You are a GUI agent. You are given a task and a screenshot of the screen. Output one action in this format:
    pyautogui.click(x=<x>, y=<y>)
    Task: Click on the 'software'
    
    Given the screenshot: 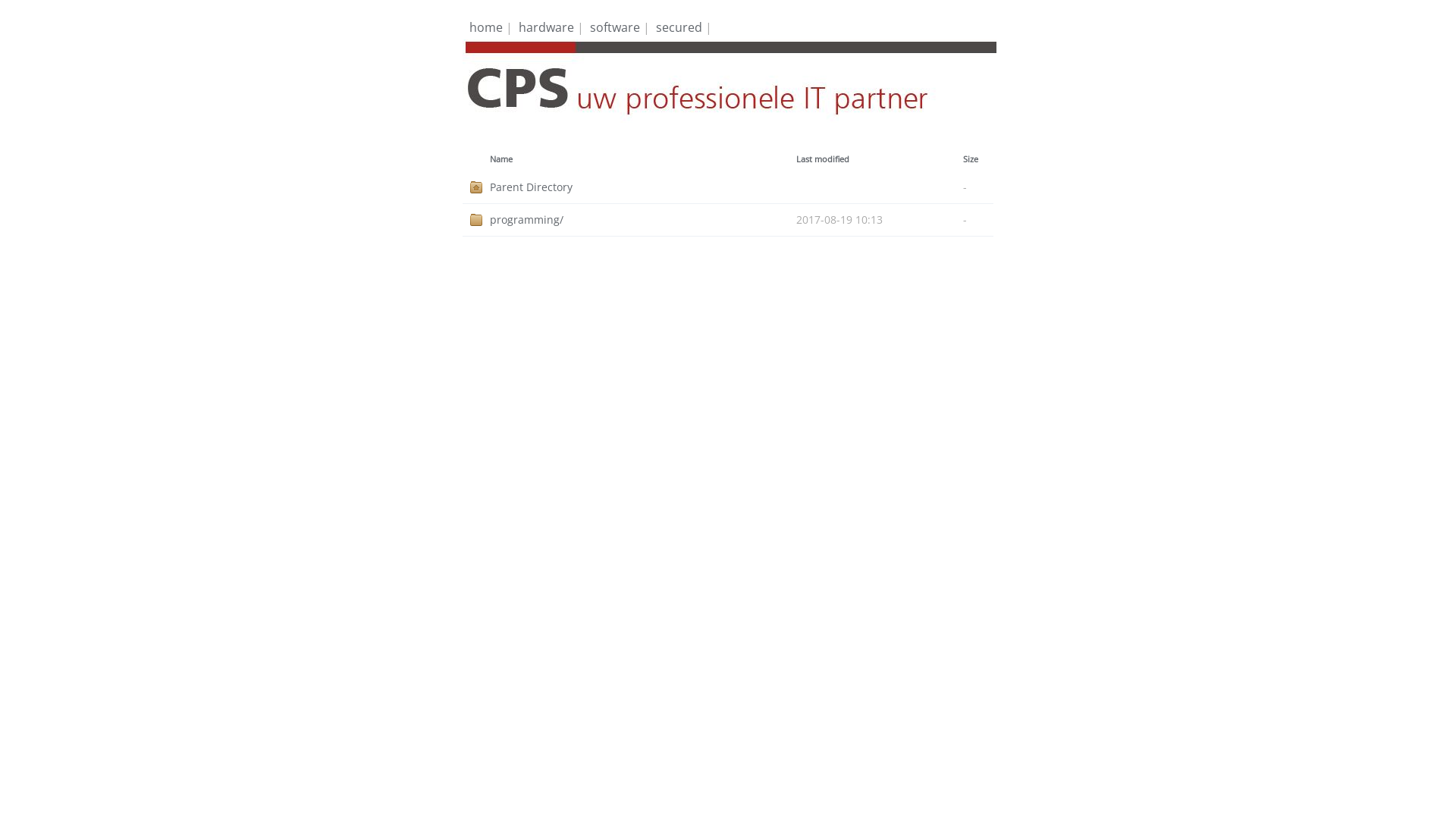 What is the action you would take?
    pyautogui.click(x=588, y=27)
    